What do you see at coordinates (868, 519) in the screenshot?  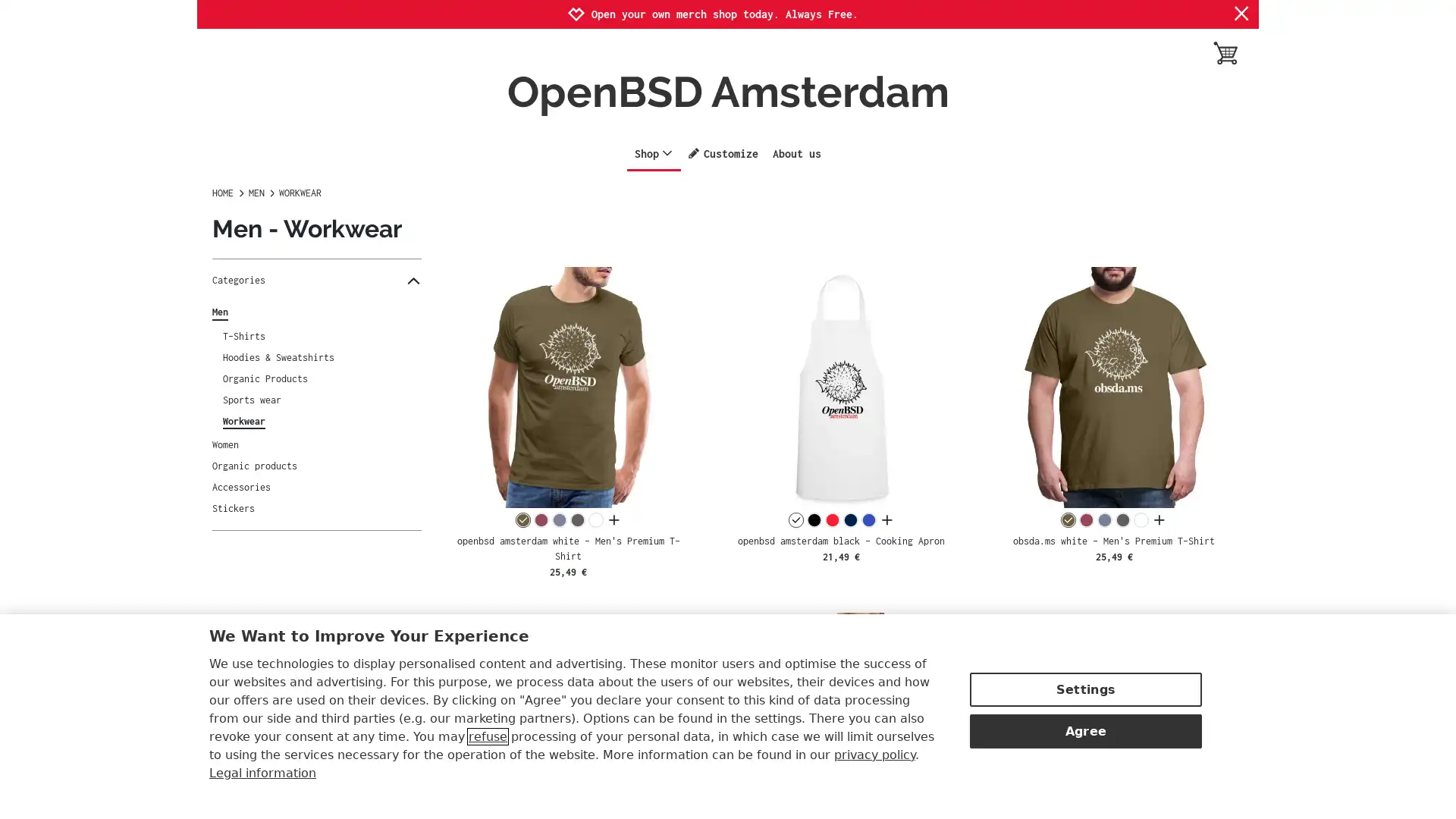 I see `royal blue` at bounding box center [868, 519].